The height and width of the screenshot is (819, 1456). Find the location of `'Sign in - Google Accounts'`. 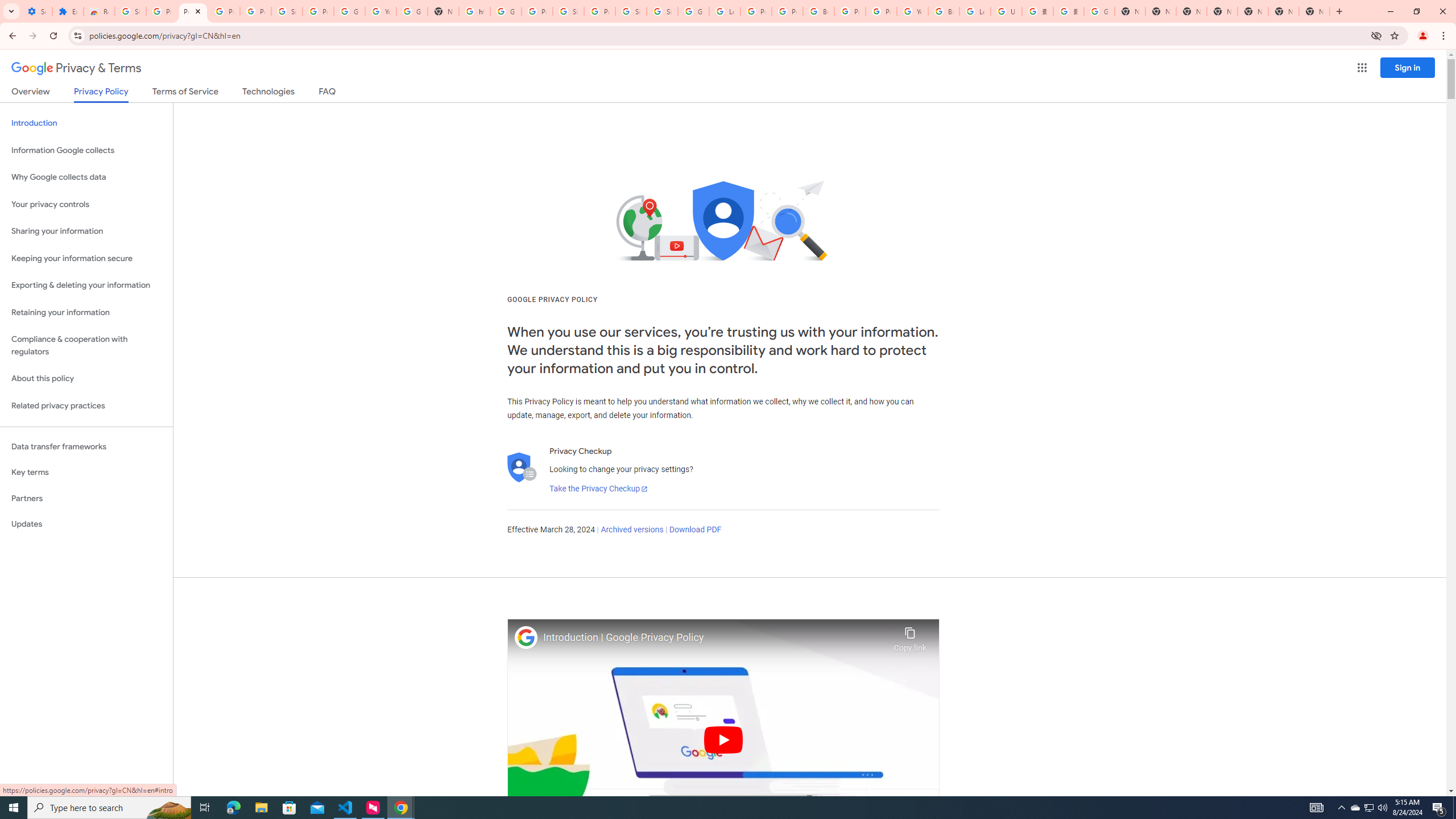

'Sign in - Google Accounts' is located at coordinates (630, 11).